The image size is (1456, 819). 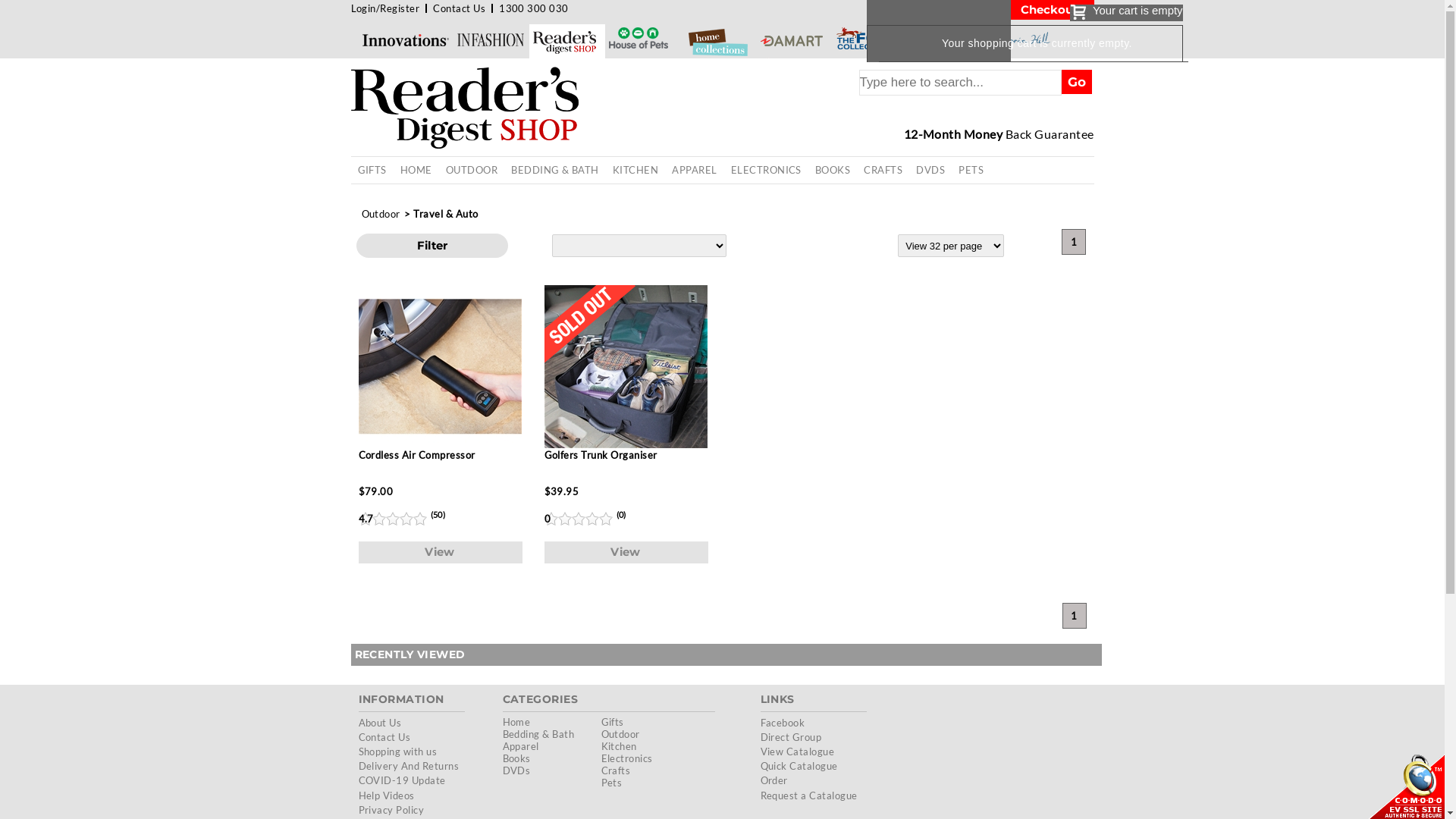 What do you see at coordinates (626, 758) in the screenshot?
I see `'Electronics'` at bounding box center [626, 758].